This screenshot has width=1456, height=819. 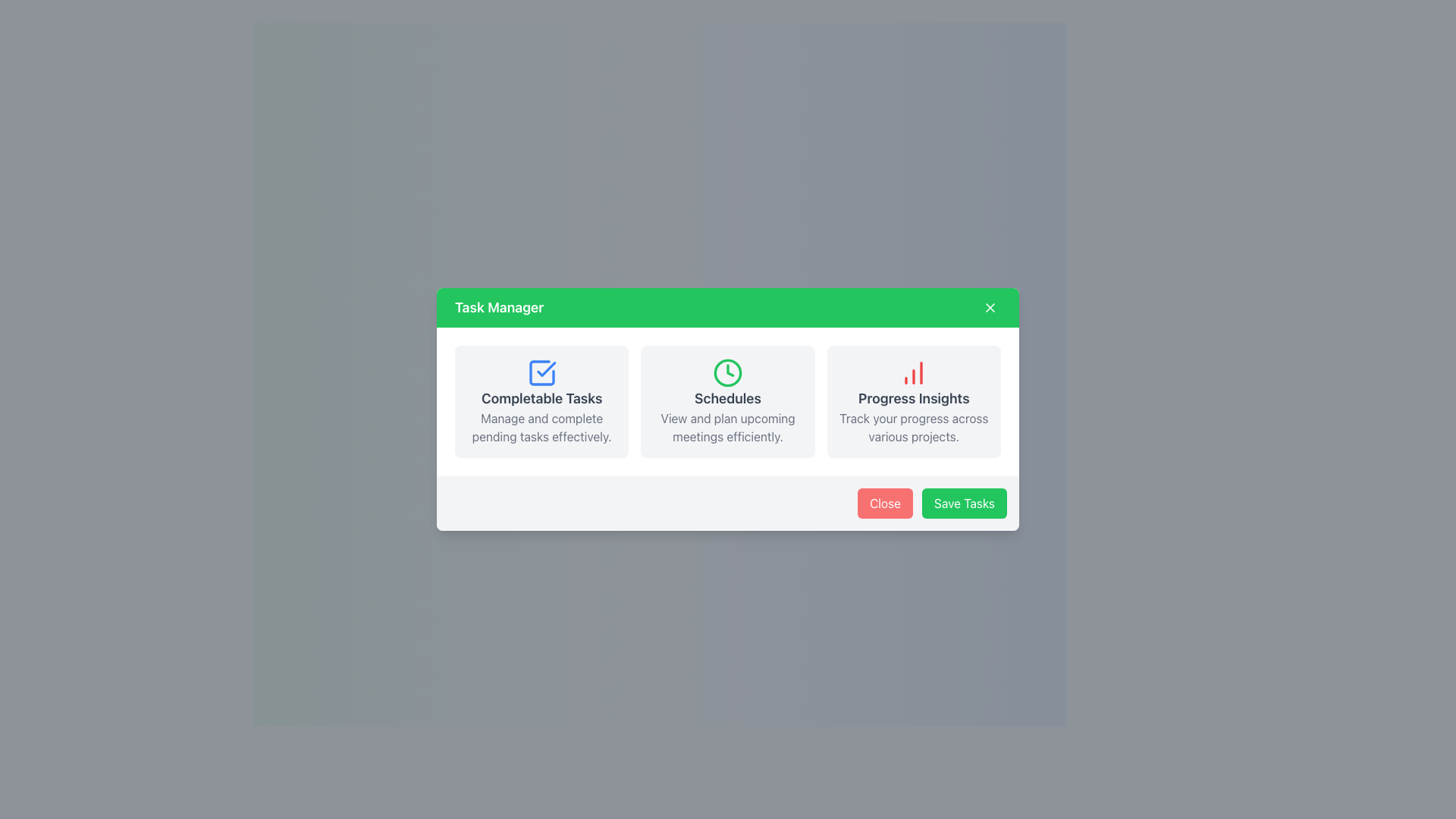 What do you see at coordinates (728, 397) in the screenshot?
I see `text label that serves as the title for the section dedicated to viewing and planning upcoming meetings, located in the second card of three horizontally arranged cards` at bounding box center [728, 397].